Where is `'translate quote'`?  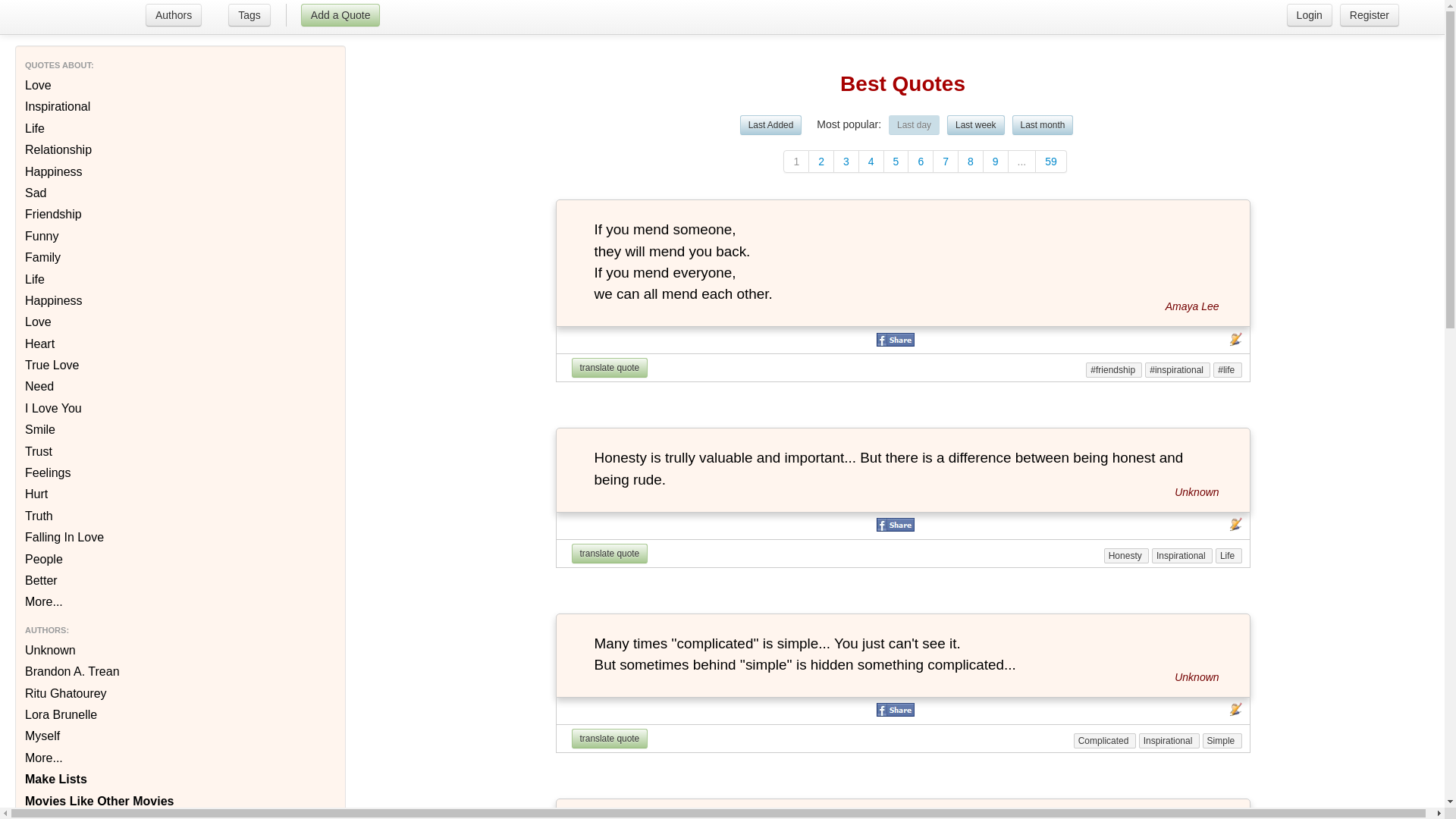
'translate quote' is located at coordinates (610, 368).